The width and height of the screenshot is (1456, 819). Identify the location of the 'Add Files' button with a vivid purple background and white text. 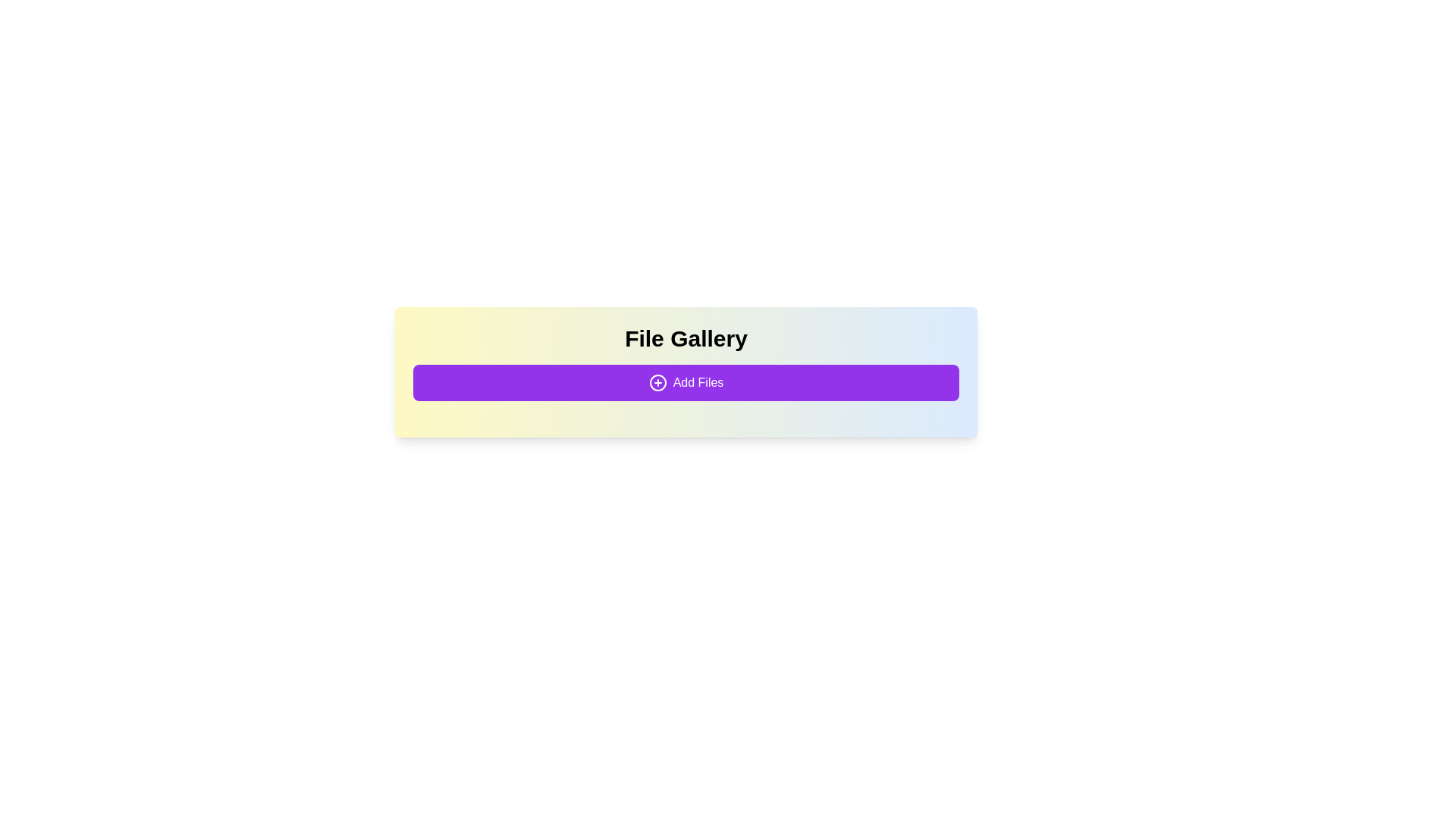
(686, 382).